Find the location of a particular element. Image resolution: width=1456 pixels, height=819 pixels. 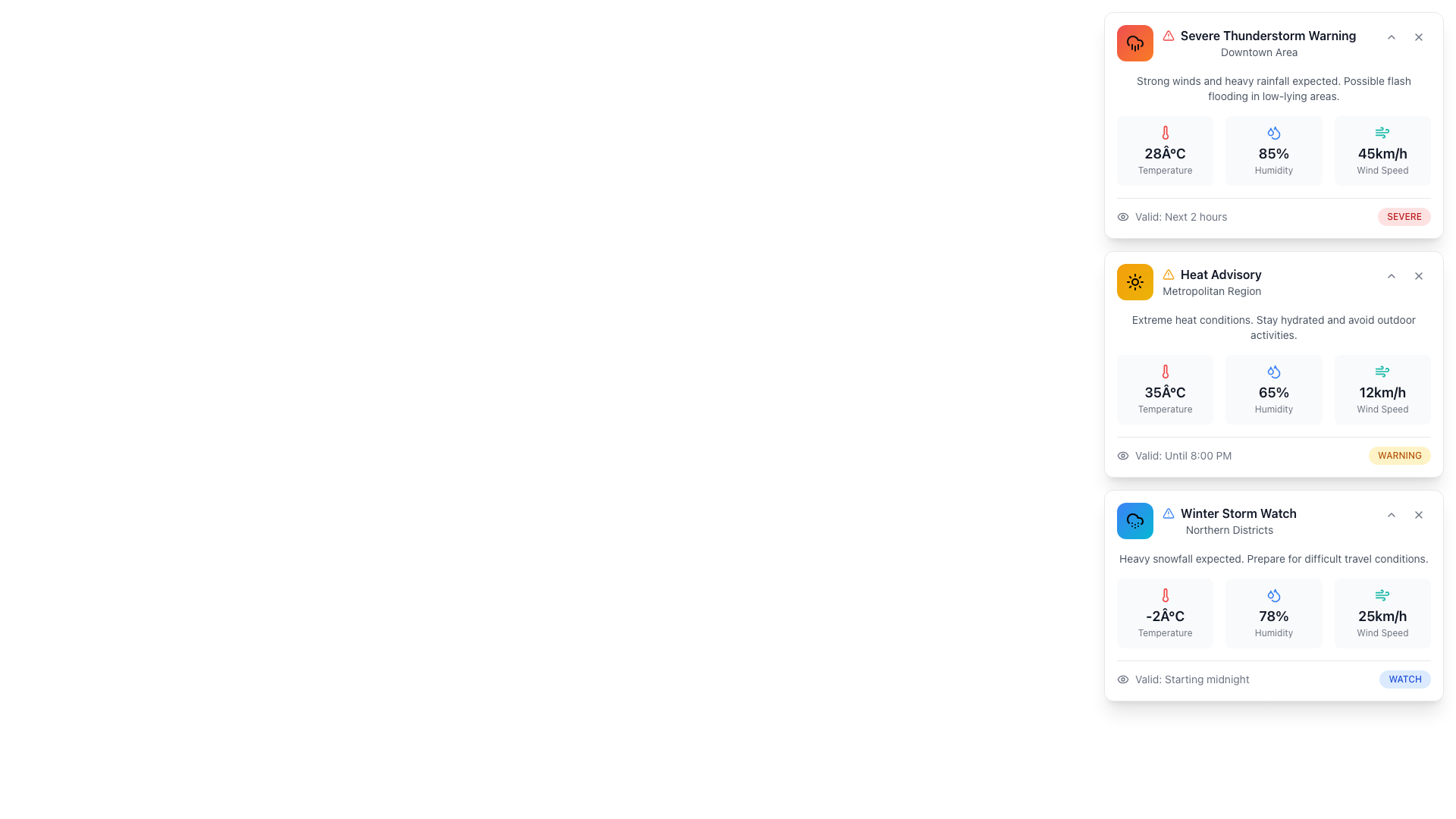

the circular button with an upward-pointing chevron at the top-right corner of the 'Winter Storm Watch - Northern Districts' card is located at coordinates (1391, 513).